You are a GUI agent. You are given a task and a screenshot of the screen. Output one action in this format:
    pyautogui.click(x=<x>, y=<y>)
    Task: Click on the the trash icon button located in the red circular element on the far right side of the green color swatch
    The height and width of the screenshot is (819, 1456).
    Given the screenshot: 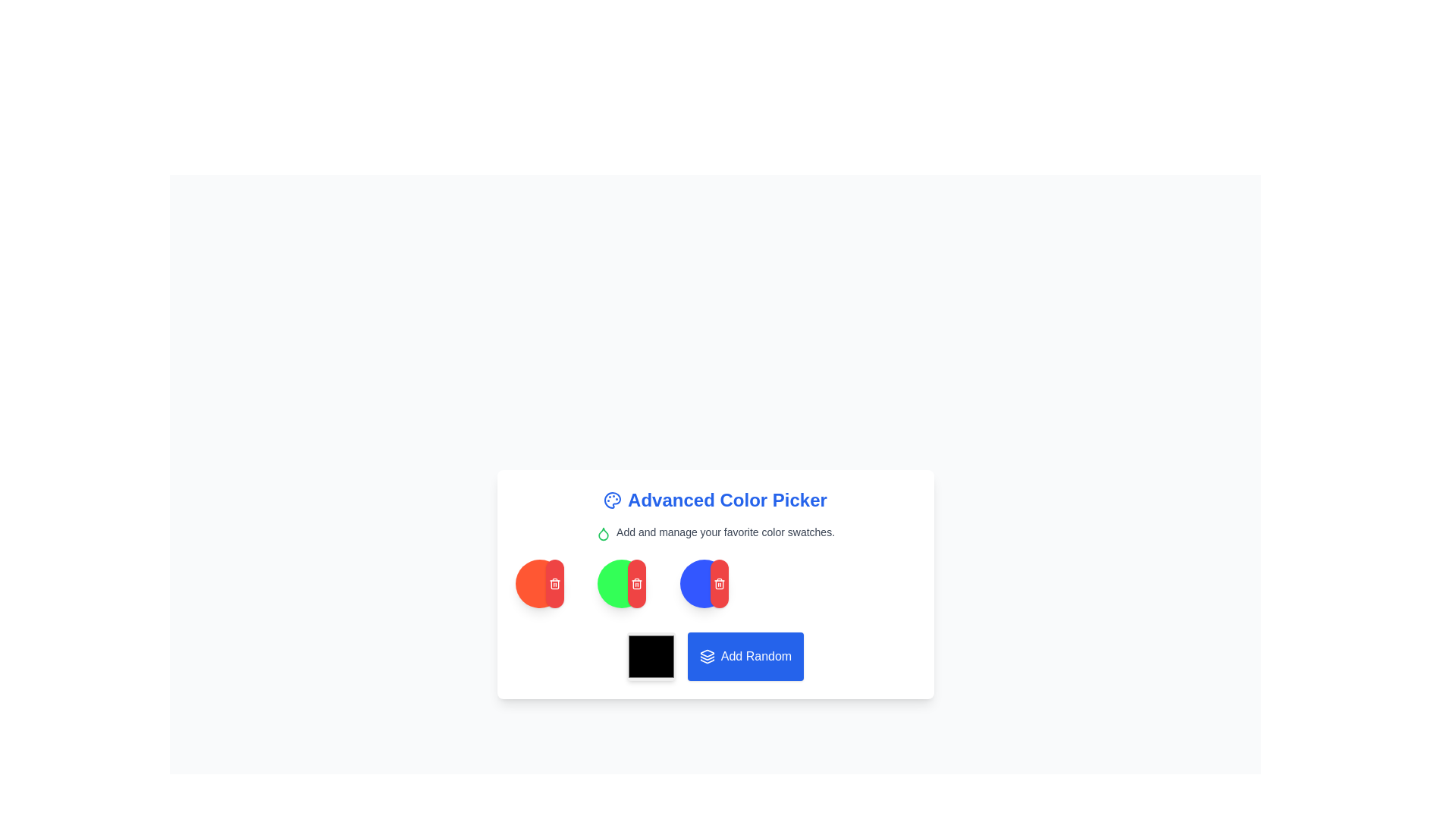 What is the action you would take?
    pyautogui.click(x=554, y=582)
    